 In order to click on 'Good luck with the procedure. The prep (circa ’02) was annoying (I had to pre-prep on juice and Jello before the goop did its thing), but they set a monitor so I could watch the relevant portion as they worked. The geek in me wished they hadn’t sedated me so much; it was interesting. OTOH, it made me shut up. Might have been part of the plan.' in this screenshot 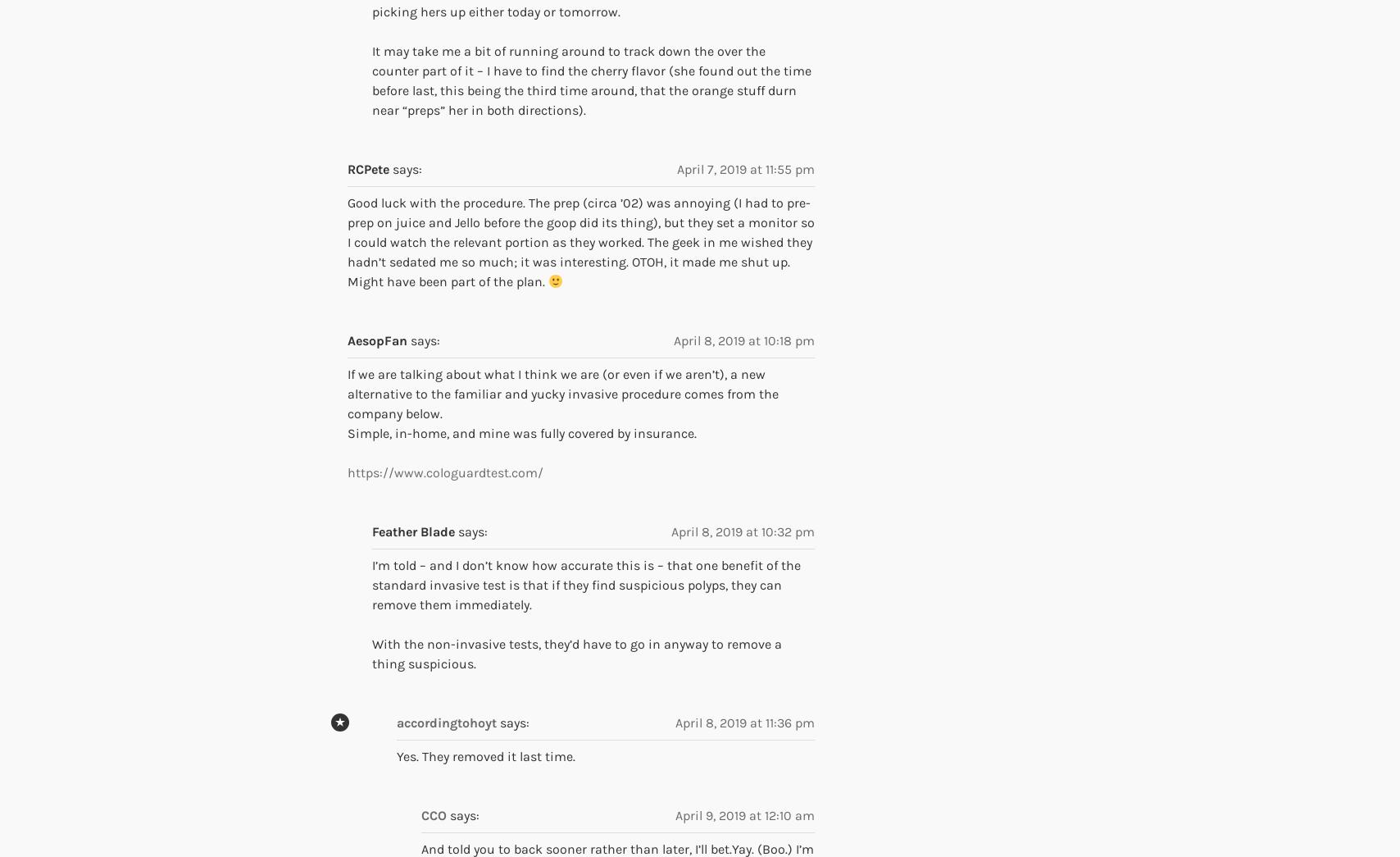, I will do `click(580, 242)`.